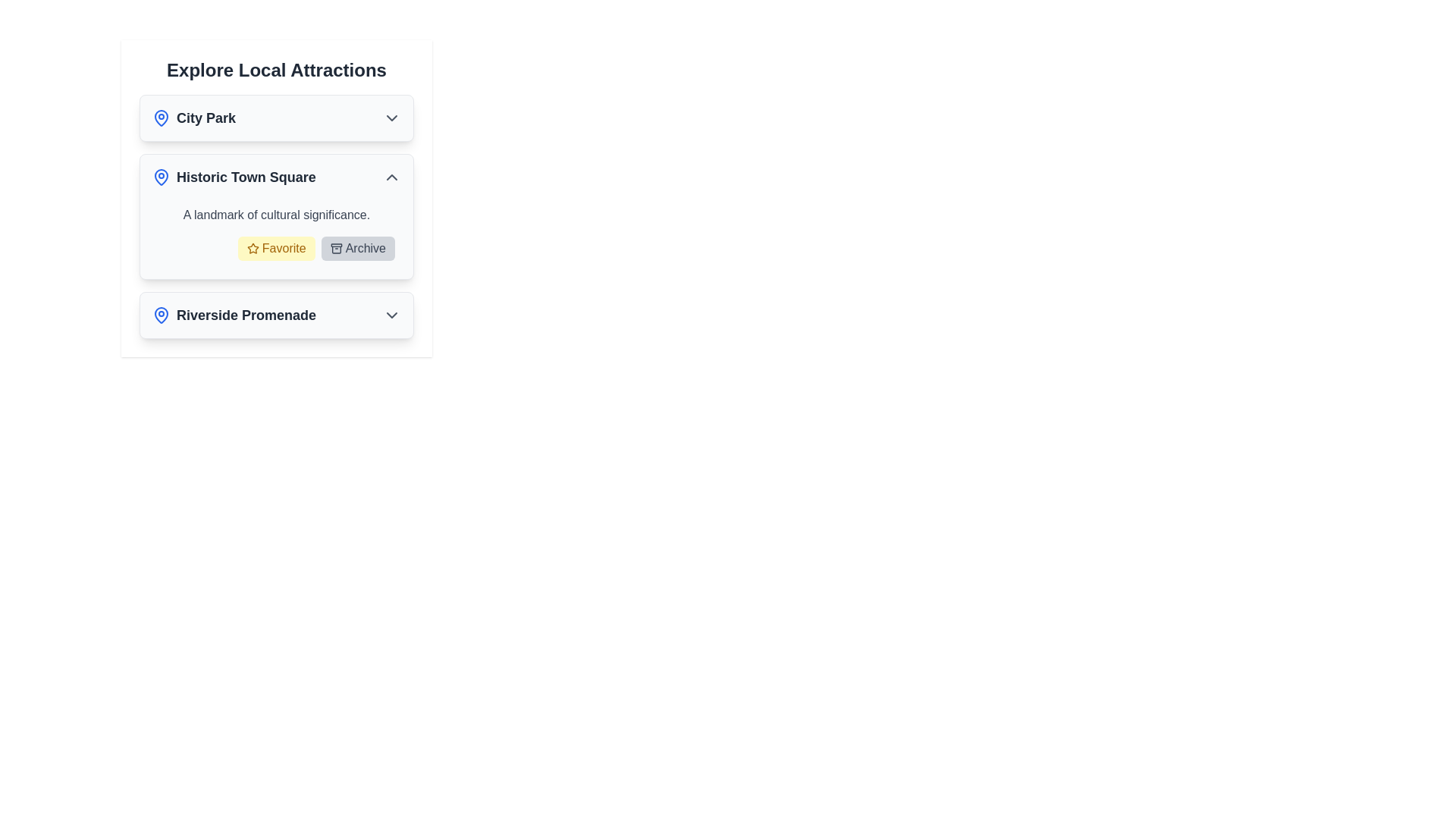 This screenshot has height=819, width=1456. I want to click on the List Item with Expandable Details for 'Riverside Promenade', so click(276, 315).